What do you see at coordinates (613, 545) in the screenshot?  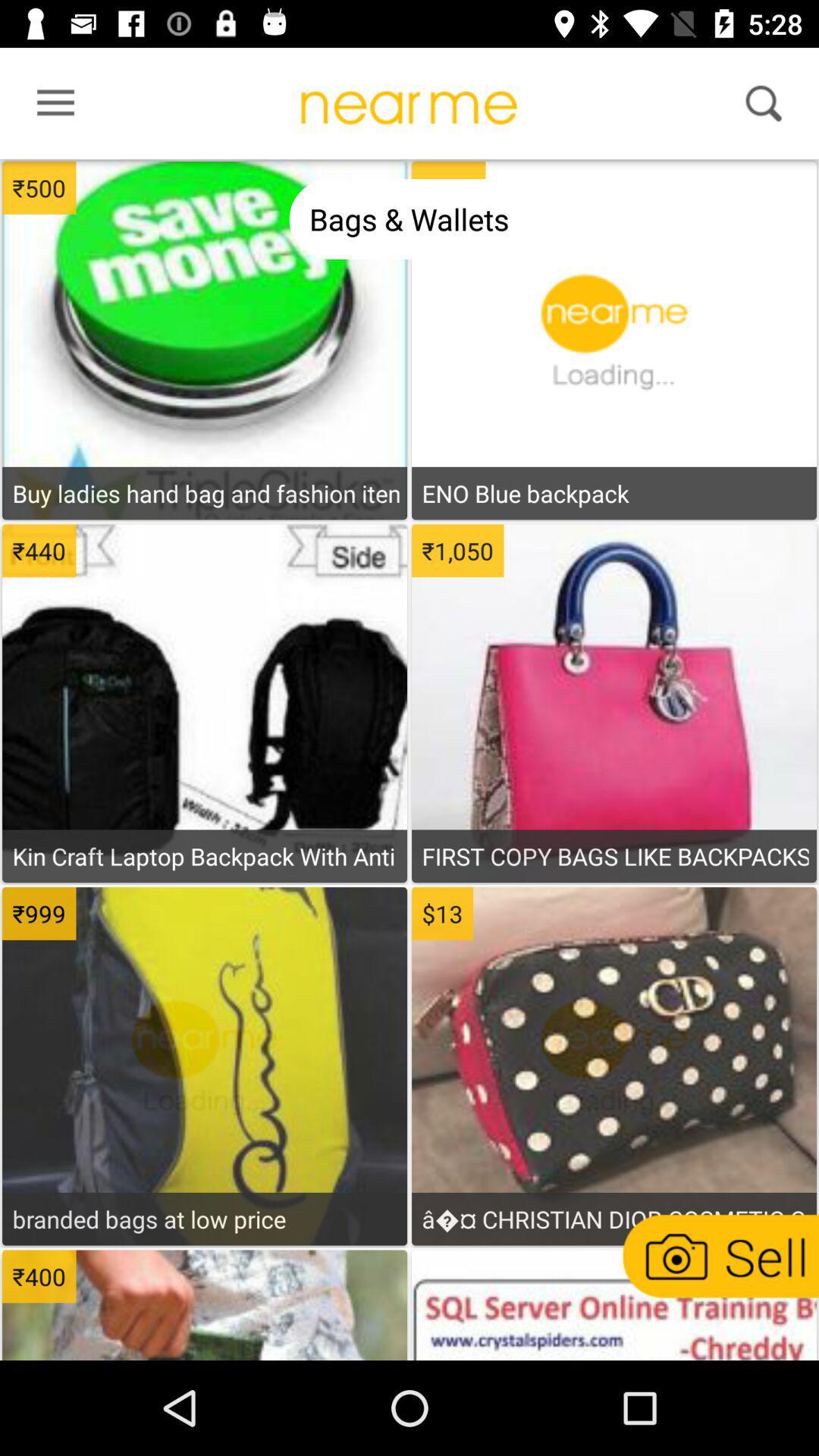 I see `see item` at bounding box center [613, 545].